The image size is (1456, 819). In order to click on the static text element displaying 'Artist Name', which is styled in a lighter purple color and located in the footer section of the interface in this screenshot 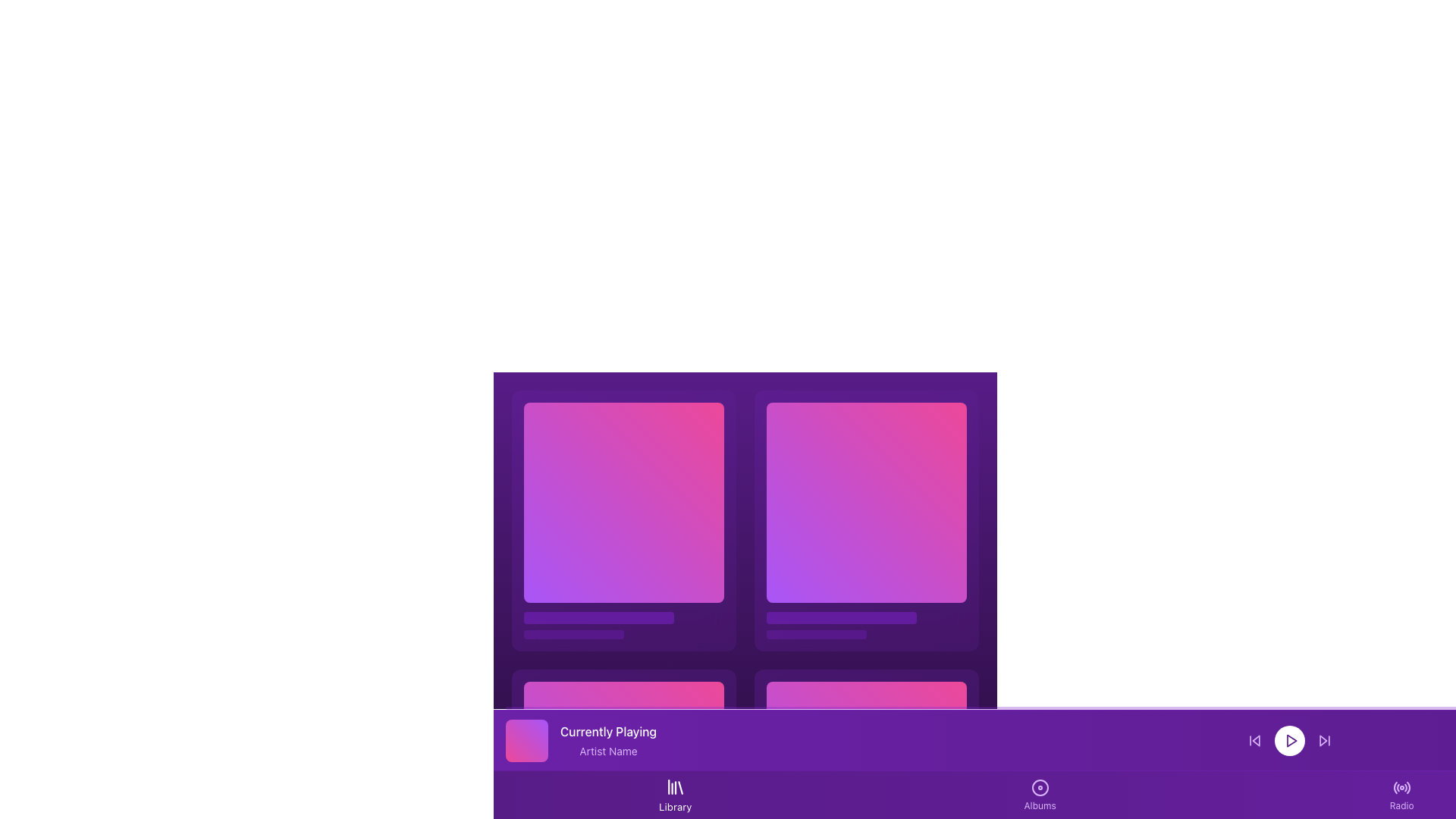, I will do `click(608, 751)`.